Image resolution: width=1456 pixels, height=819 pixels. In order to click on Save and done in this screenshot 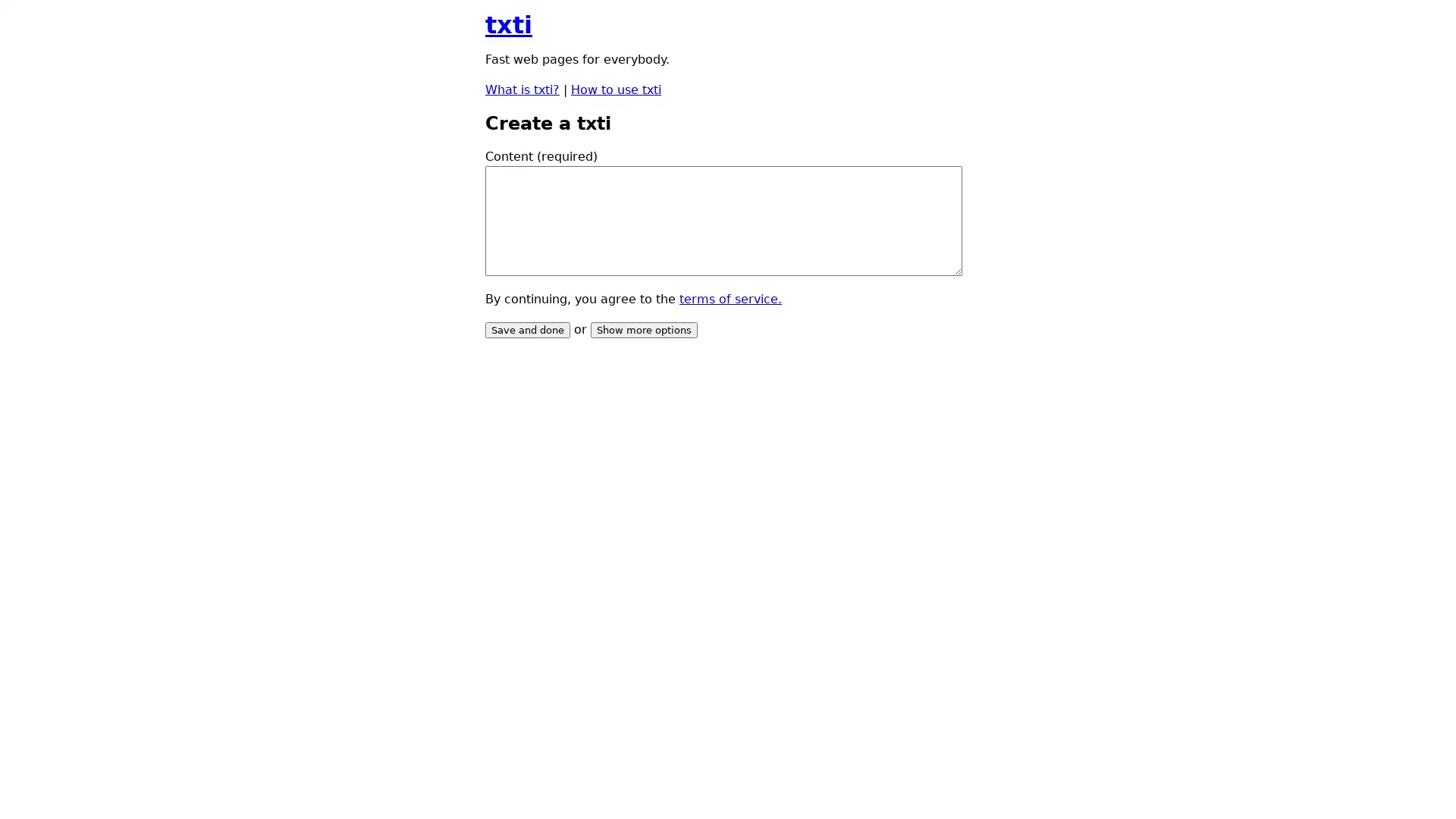, I will do `click(528, 329)`.